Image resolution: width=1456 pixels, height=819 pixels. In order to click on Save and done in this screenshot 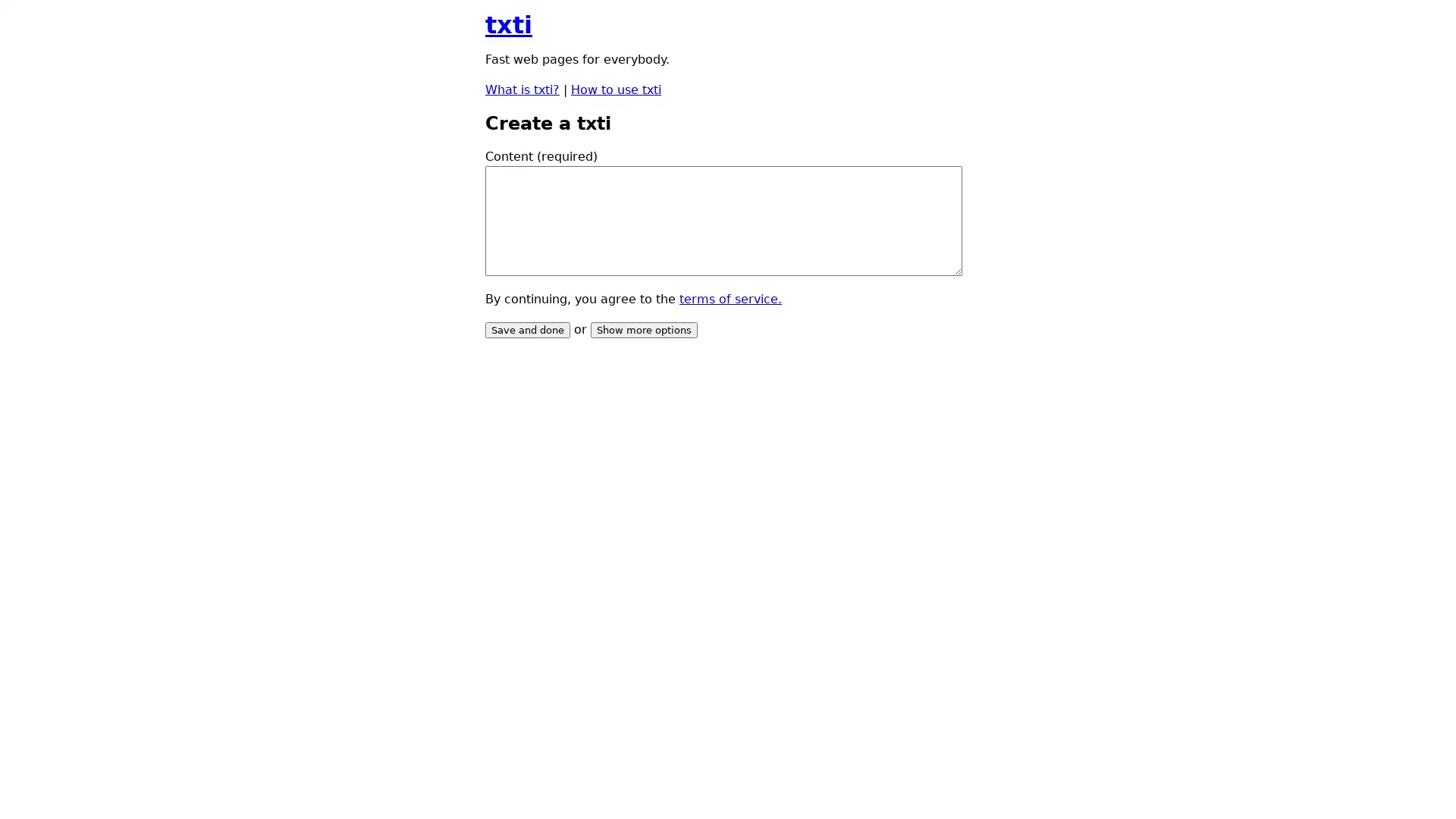, I will do `click(528, 329)`.